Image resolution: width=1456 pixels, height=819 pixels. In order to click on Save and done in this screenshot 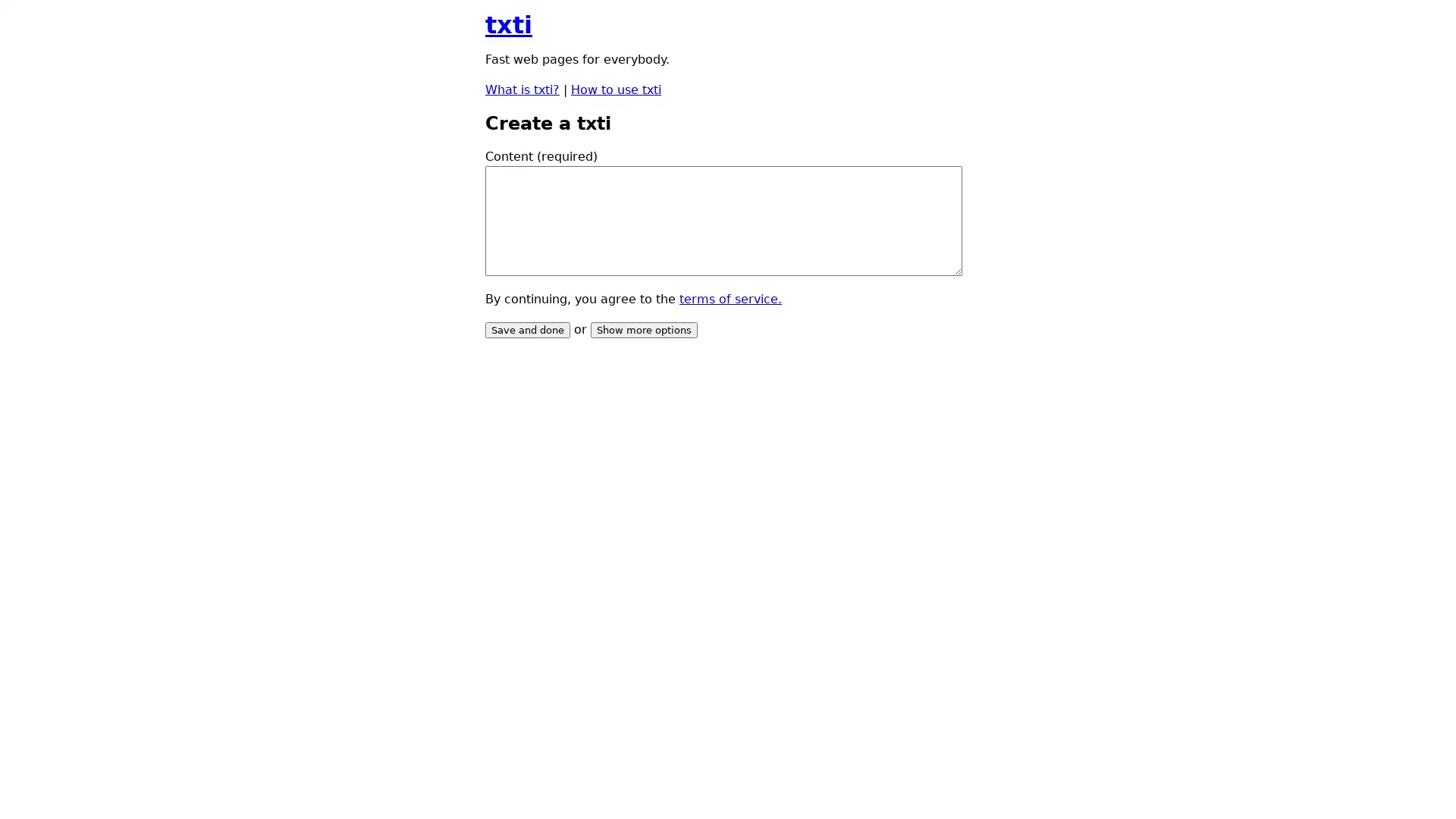, I will do `click(528, 329)`.